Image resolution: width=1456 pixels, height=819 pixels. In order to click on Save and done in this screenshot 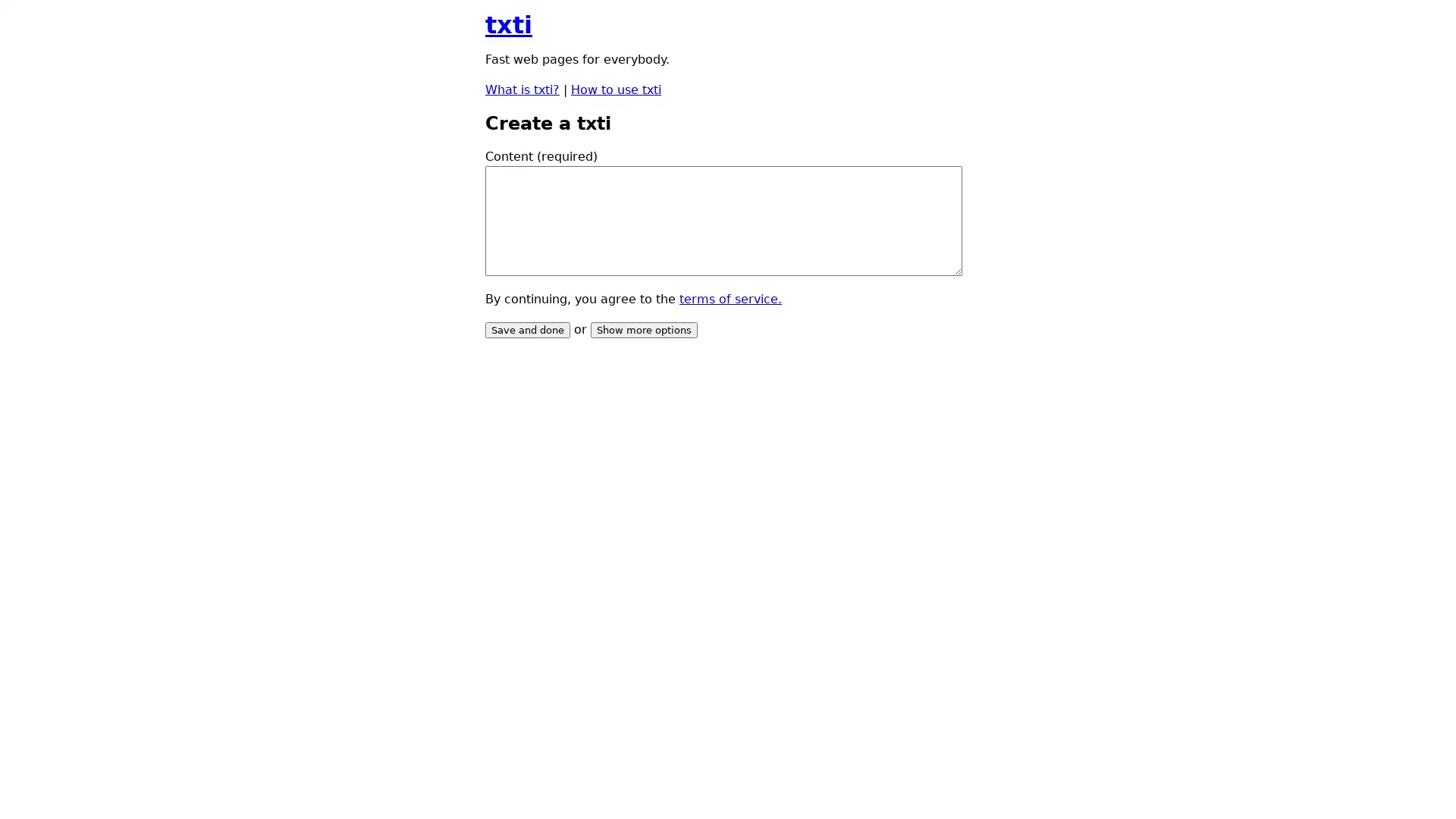, I will do `click(528, 329)`.